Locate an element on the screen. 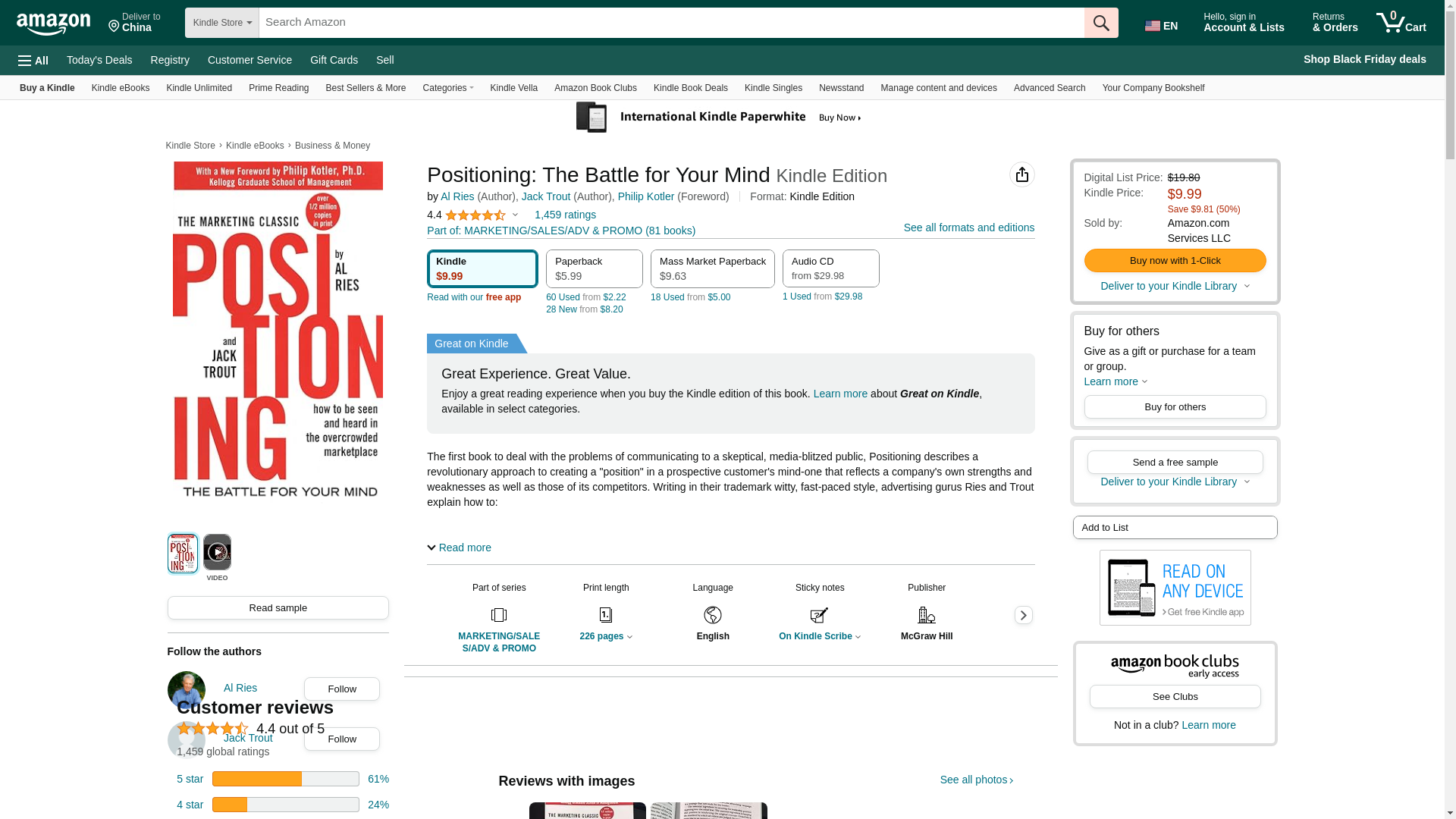 The image size is (1456, 819). 'Your Company Bookshelf' is located at coordinates (1153, 87).